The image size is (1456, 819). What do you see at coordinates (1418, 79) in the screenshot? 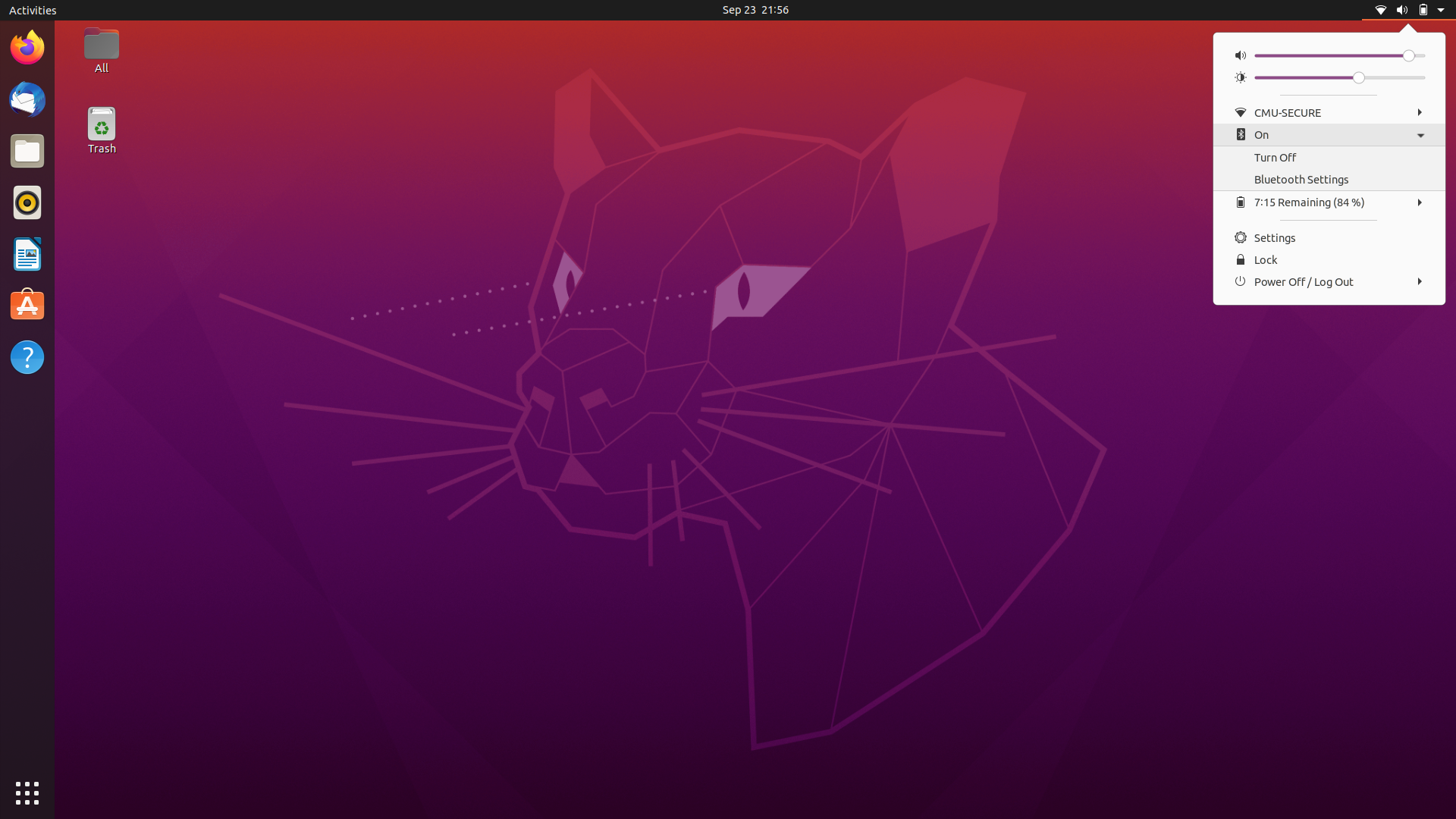
I see `Raise Brightness Level` at bounding box center [1418, 79].